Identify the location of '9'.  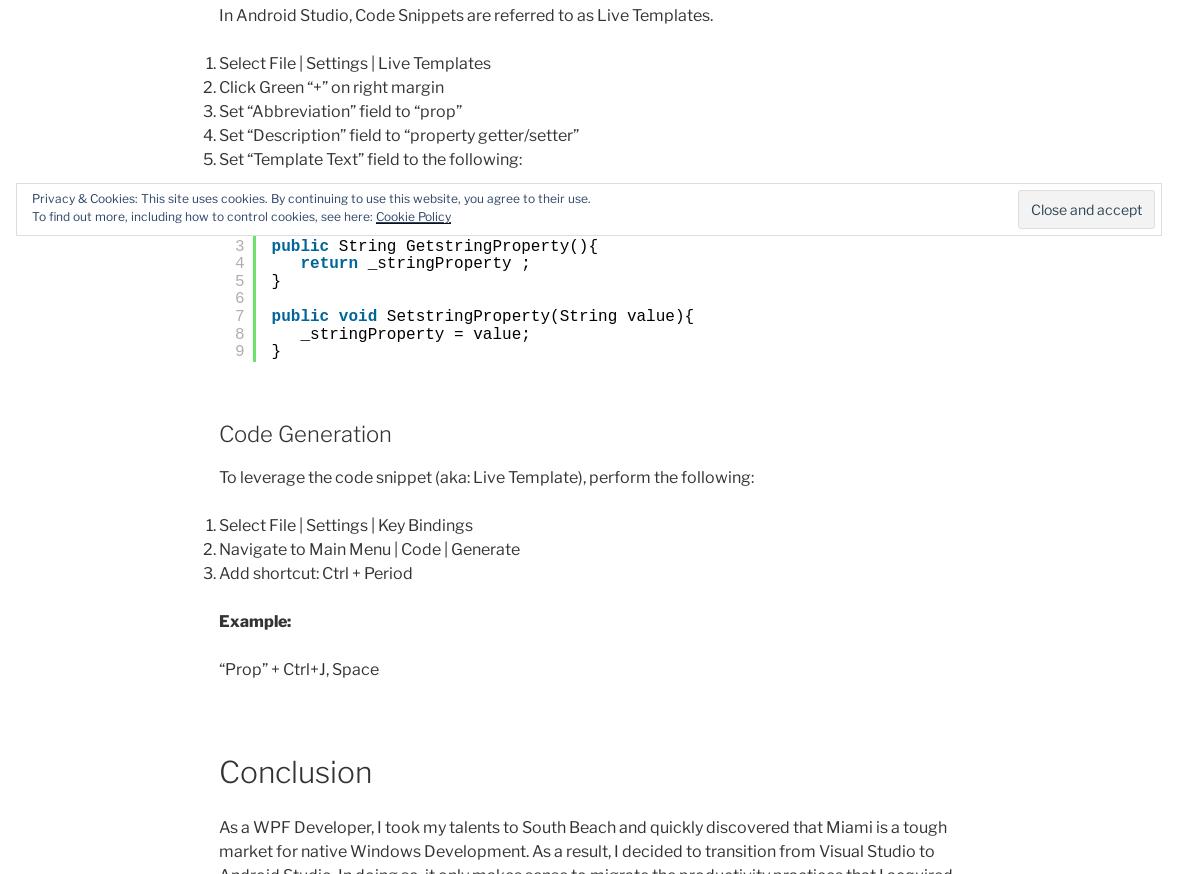
(238, 350).